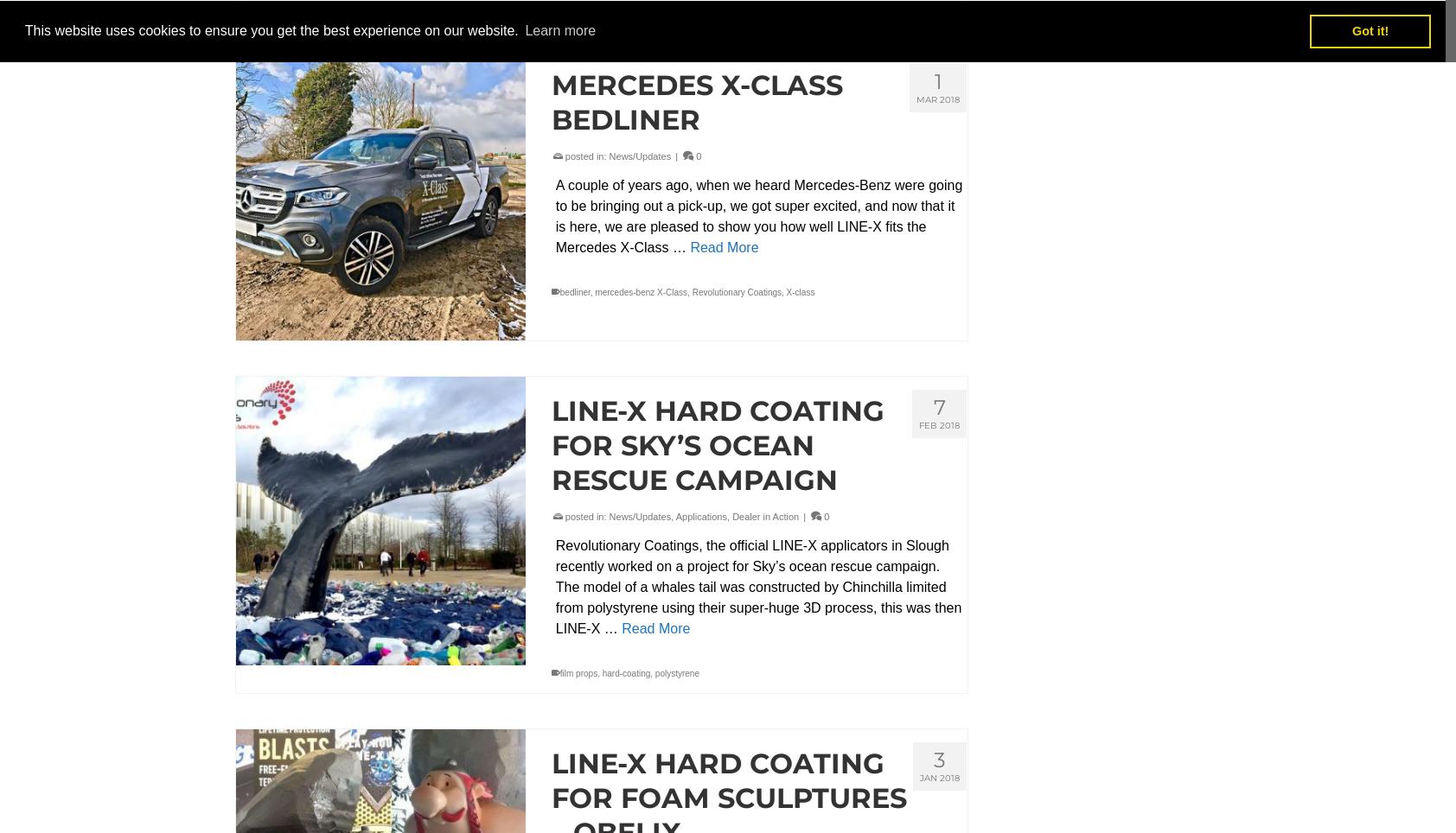  I want to click on 'hard-coating', so click(625, 672).